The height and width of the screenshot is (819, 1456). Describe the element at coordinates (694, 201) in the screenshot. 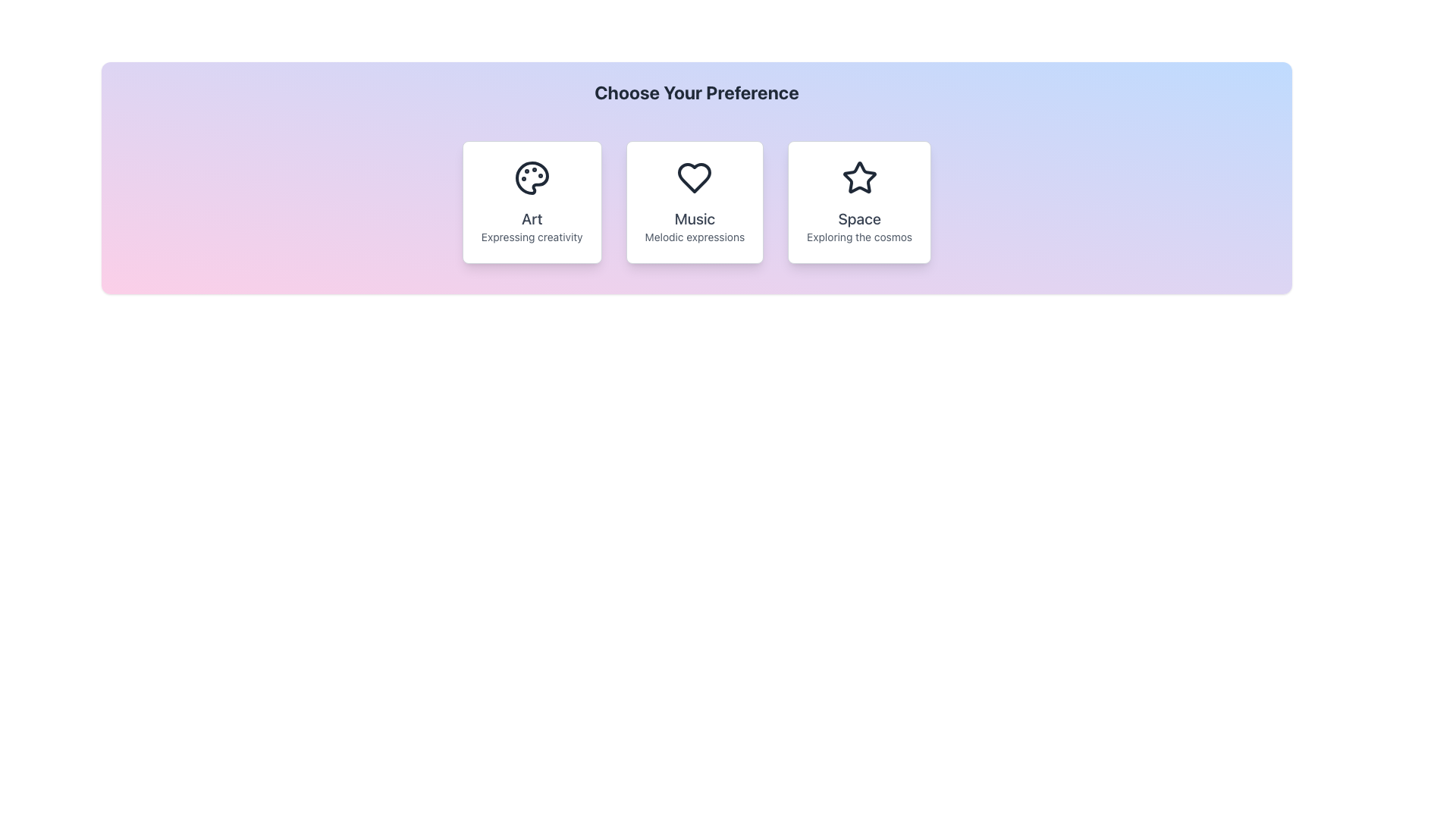

I see `the second card radio input labeled 'Music'` at that location.